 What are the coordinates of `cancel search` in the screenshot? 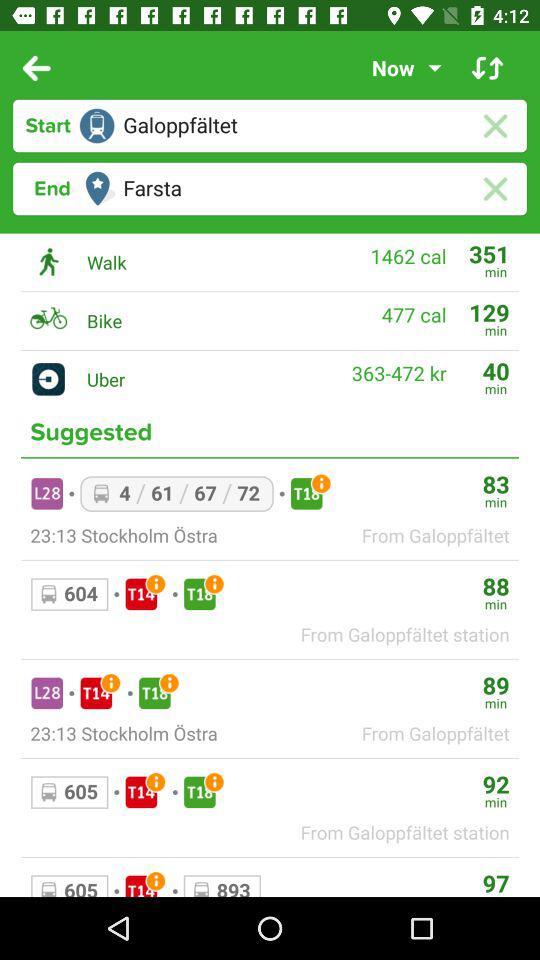 It's located at (494, 125).